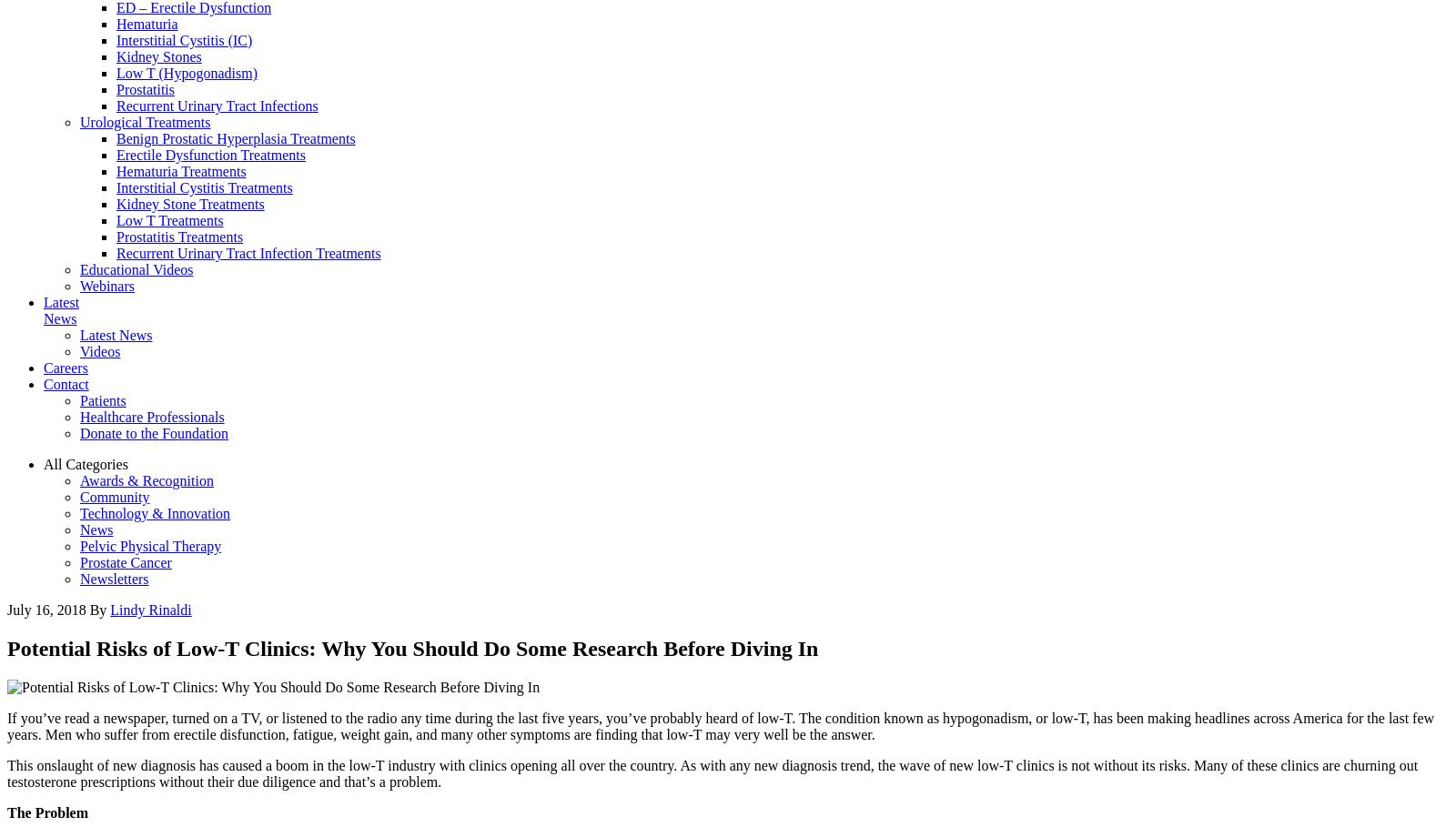 This screenshot has width=1456, height=827. What do you see at coordinates (43, 368) in the screenshot?
I see `'Careers'` at bounding box center [43, 368].